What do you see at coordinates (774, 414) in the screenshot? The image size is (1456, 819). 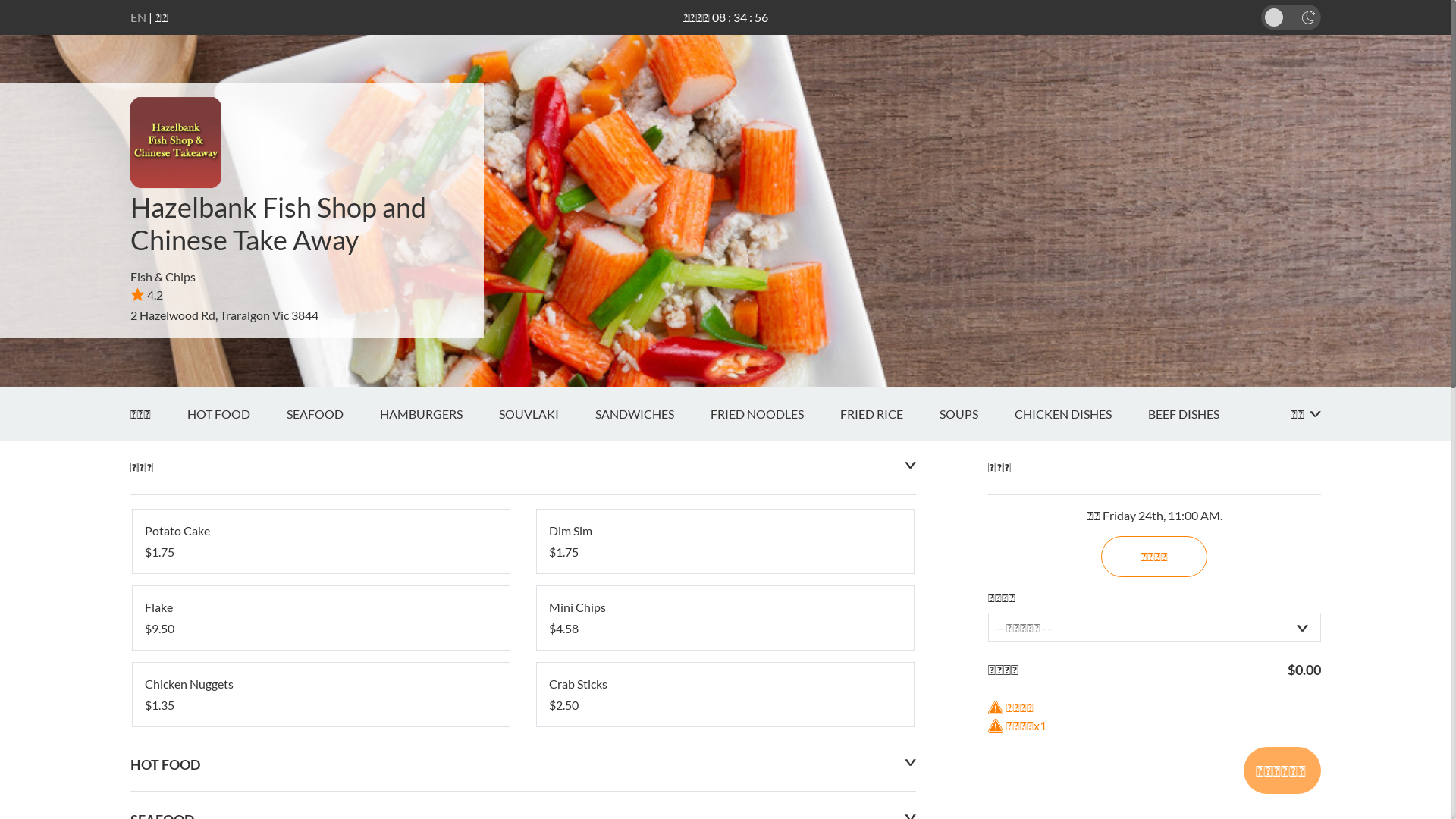 I see `'FRIED NOODLES'` at bounding box center [774, 414].